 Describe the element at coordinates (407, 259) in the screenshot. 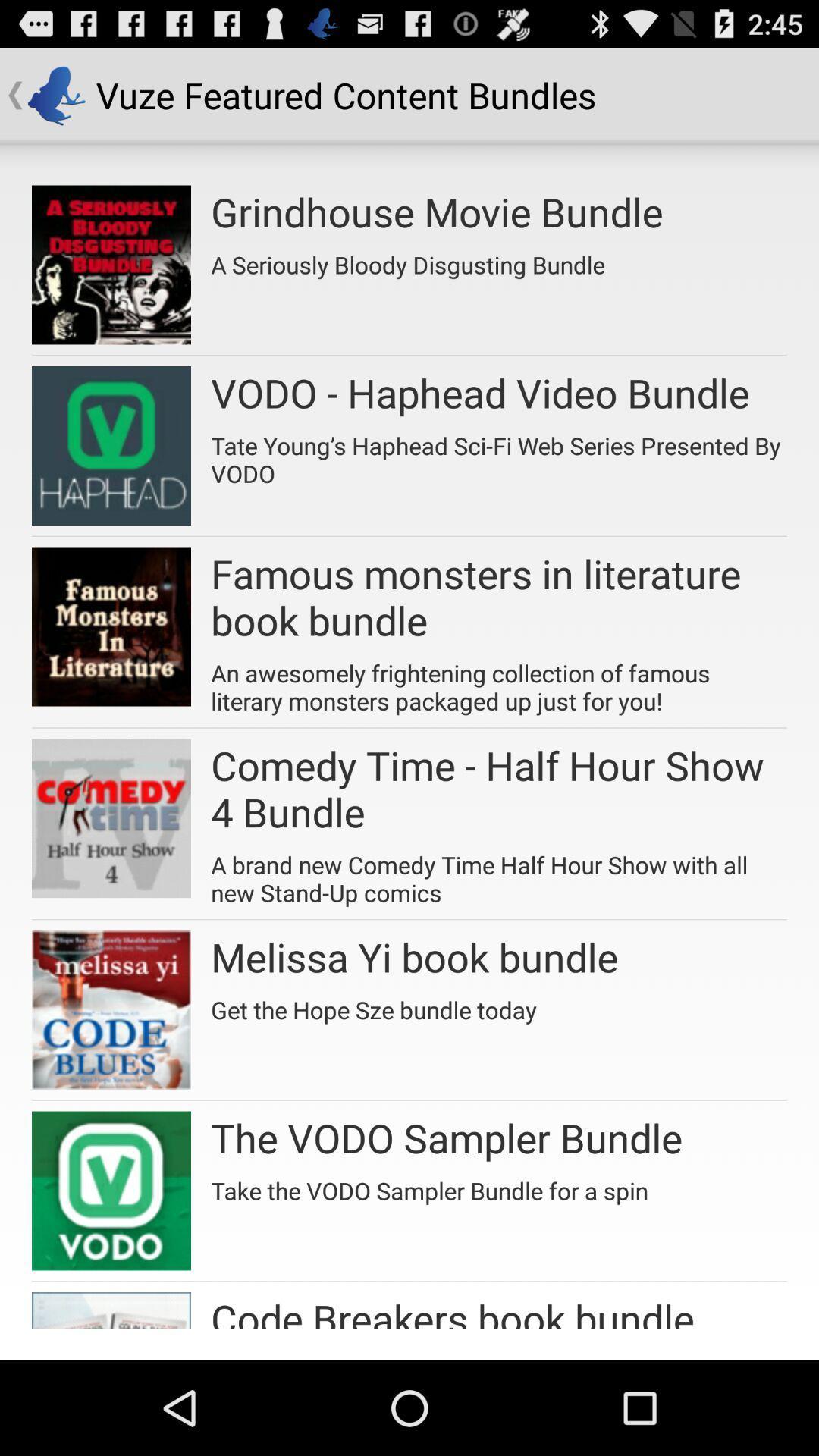

I see `the icon above the vodo haphead video icon` at that location.